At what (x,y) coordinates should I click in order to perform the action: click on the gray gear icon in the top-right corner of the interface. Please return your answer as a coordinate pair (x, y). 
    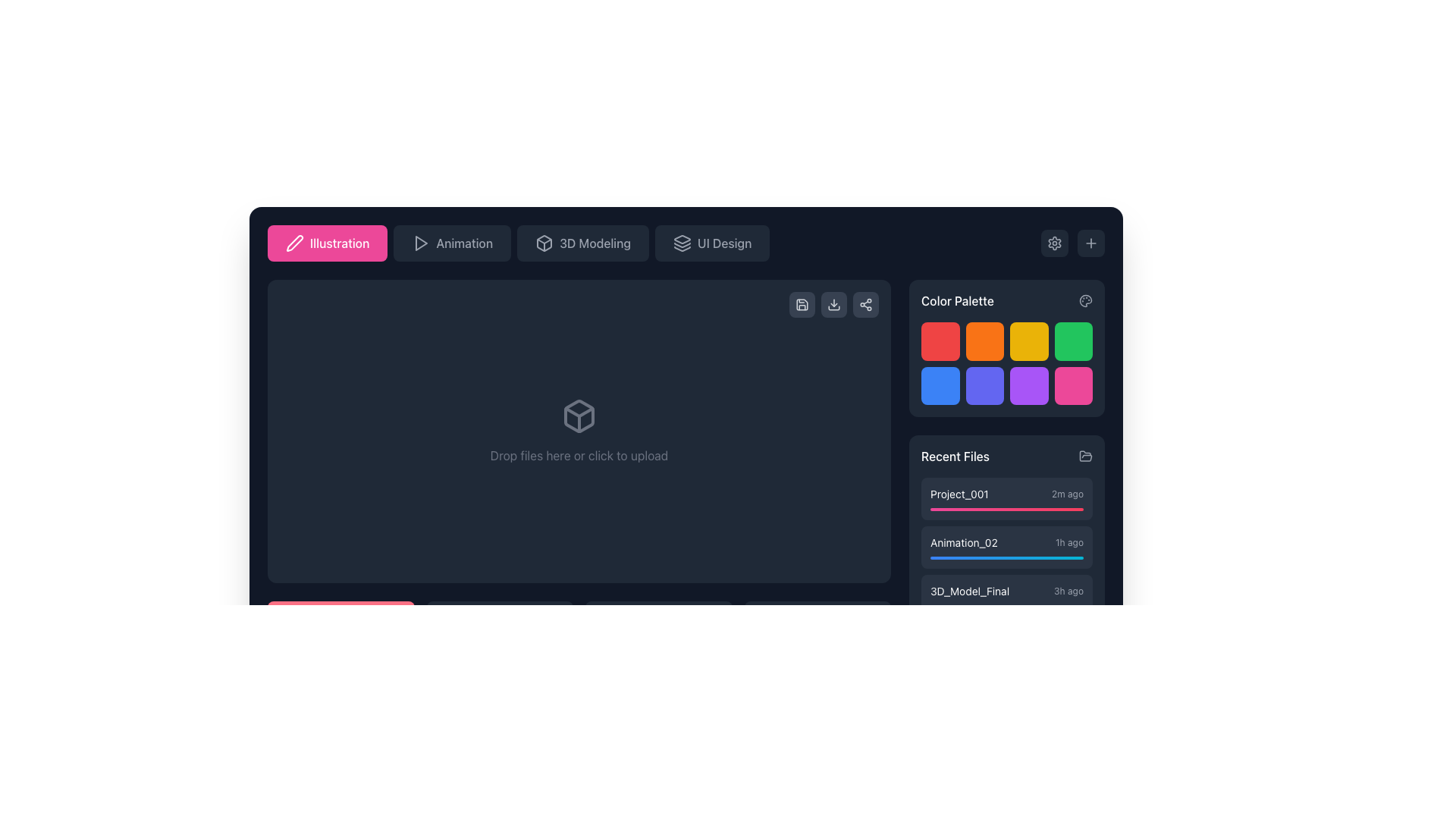
    Looking at the image, I should click on (1054, 242).